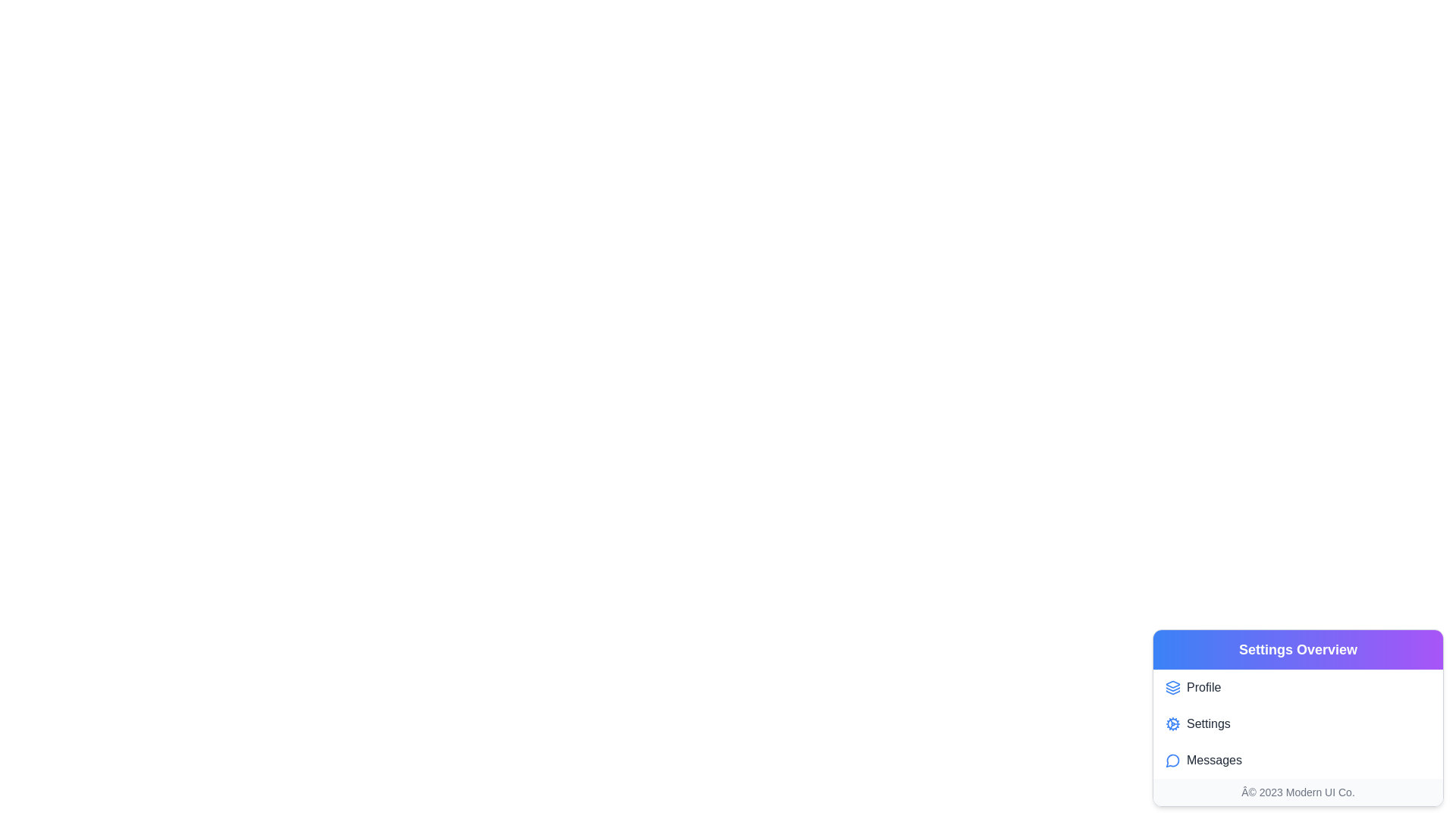 The image size is (1456, 819). I want to click on the 'Profile' icon located to the left of the 'Profile' text in the 'Settings Overview' menu list, so click(1172, 687).